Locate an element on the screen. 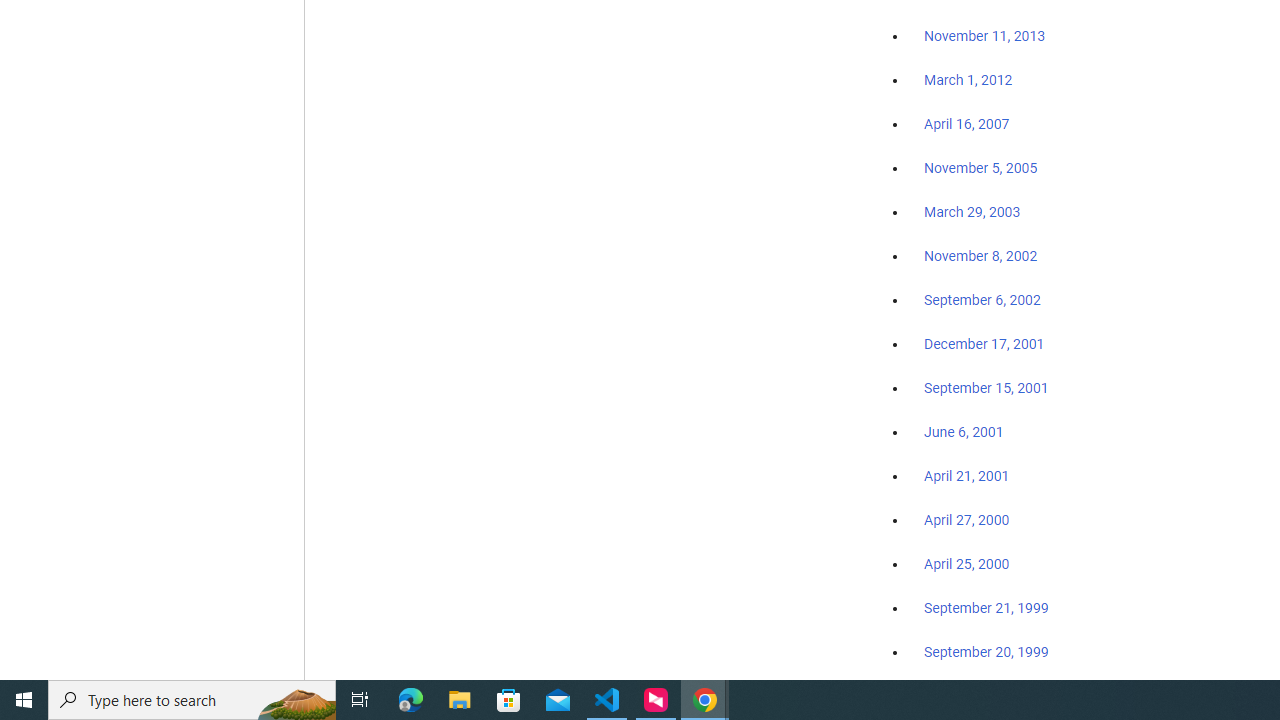 The height and width of the screenshot is (720, 1280). 'September 6, 2002' is located at coordinates (982, 299).